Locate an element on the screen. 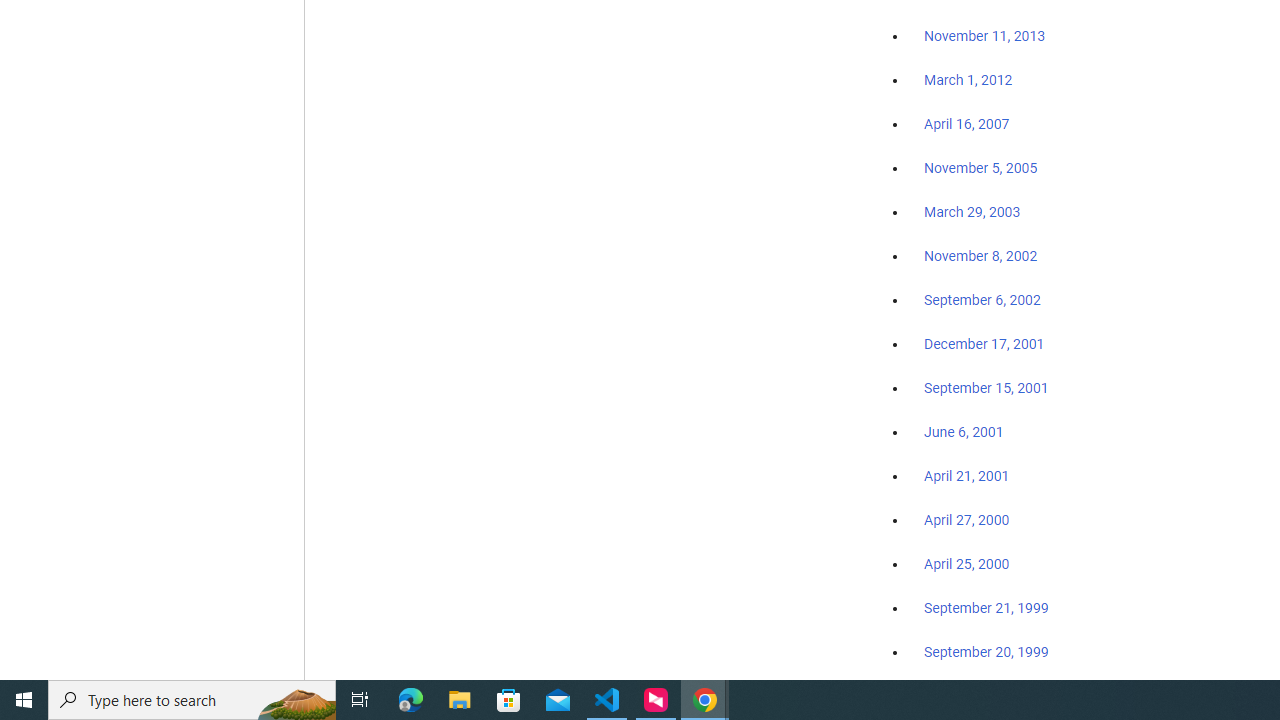 The height and width of the screenshot is (720, 1280). 'September 6, 2002' is located at coordinates (982, 299).